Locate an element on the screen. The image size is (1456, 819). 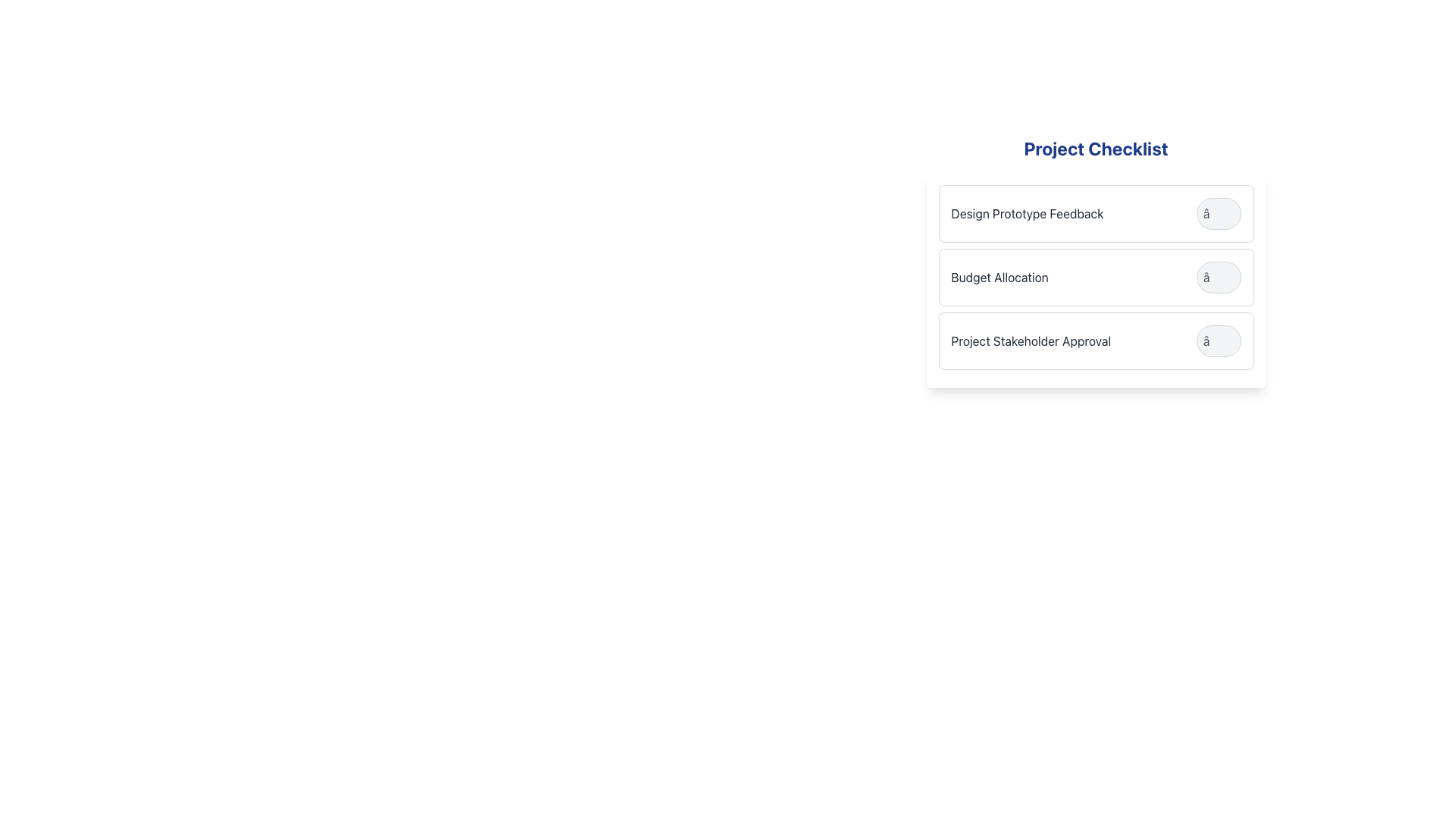
the interactive control button for 'Project Stakeholder Approval' in the 'Project Checklist' is located at coordinates (1219, 341).